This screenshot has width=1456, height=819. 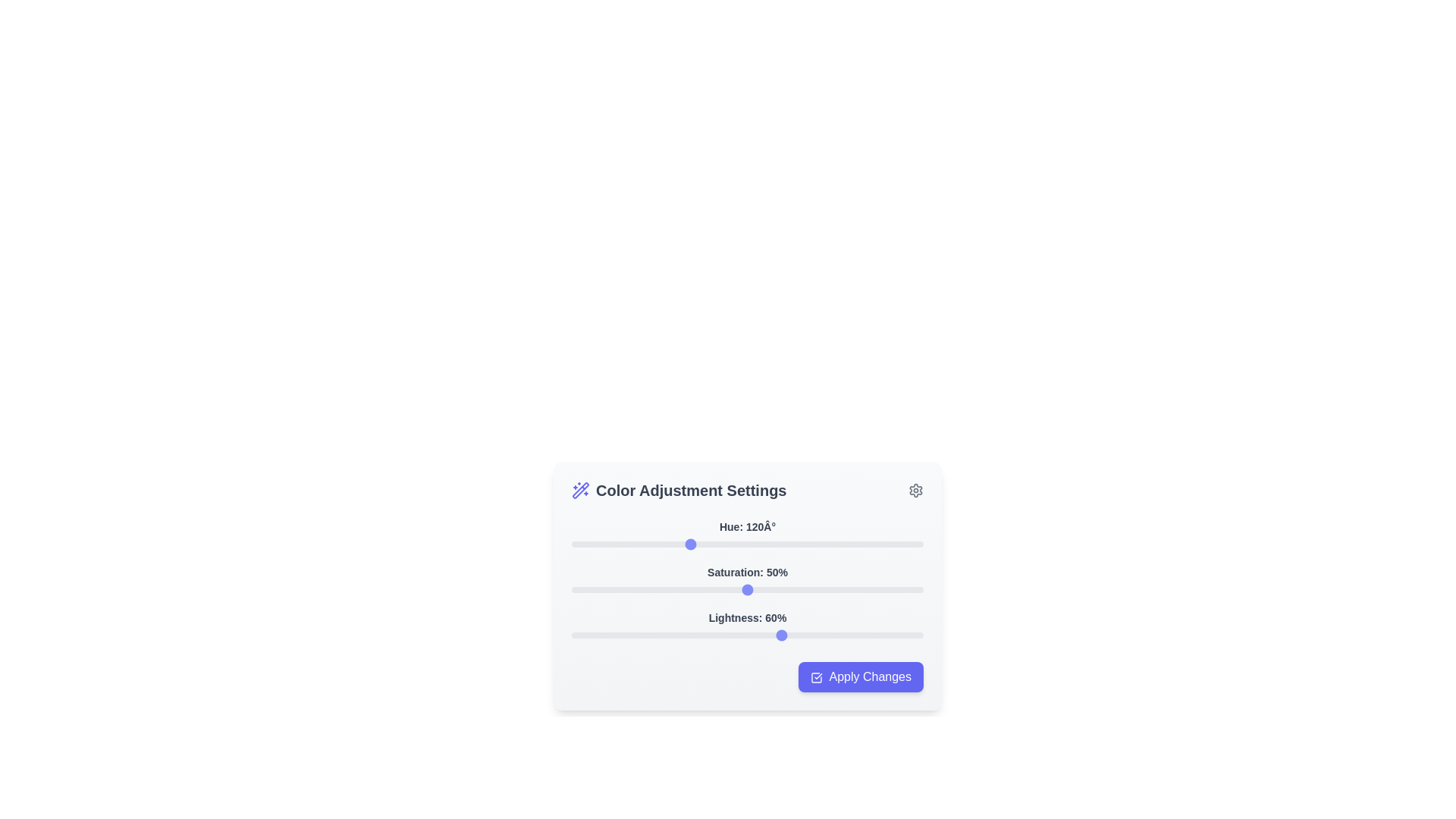 I want to click on the 'Apply Changes' button, which is a large rectangular button with rounded corners, bright indigo background, white text, and a checkmark icon on the left, located at the bottom-right corner of the 'Color Adjustment Settings' modal, so click(x=861, y=676).